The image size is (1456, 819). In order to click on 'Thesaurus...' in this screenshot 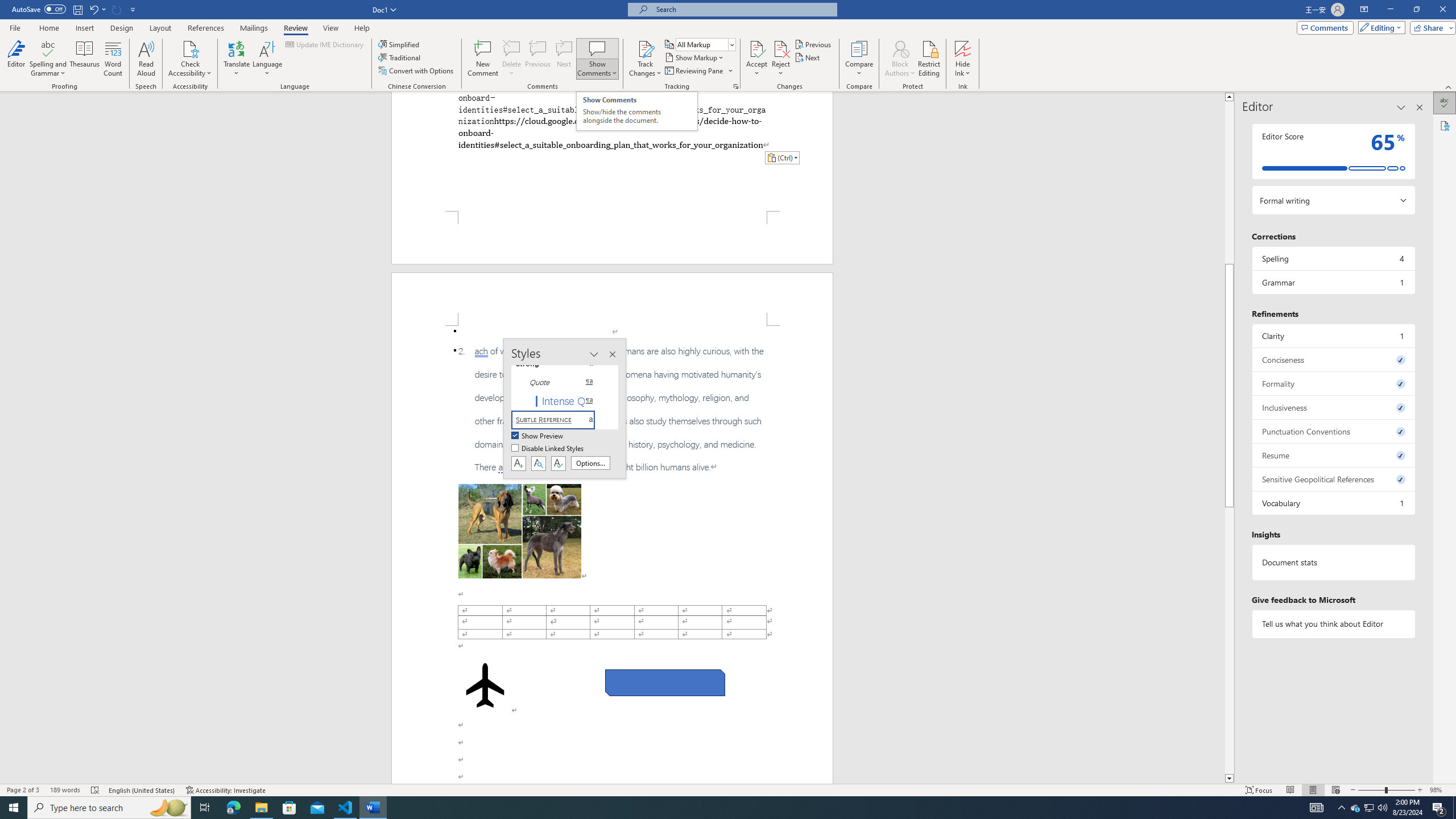, I will do `click(84, 59)`.